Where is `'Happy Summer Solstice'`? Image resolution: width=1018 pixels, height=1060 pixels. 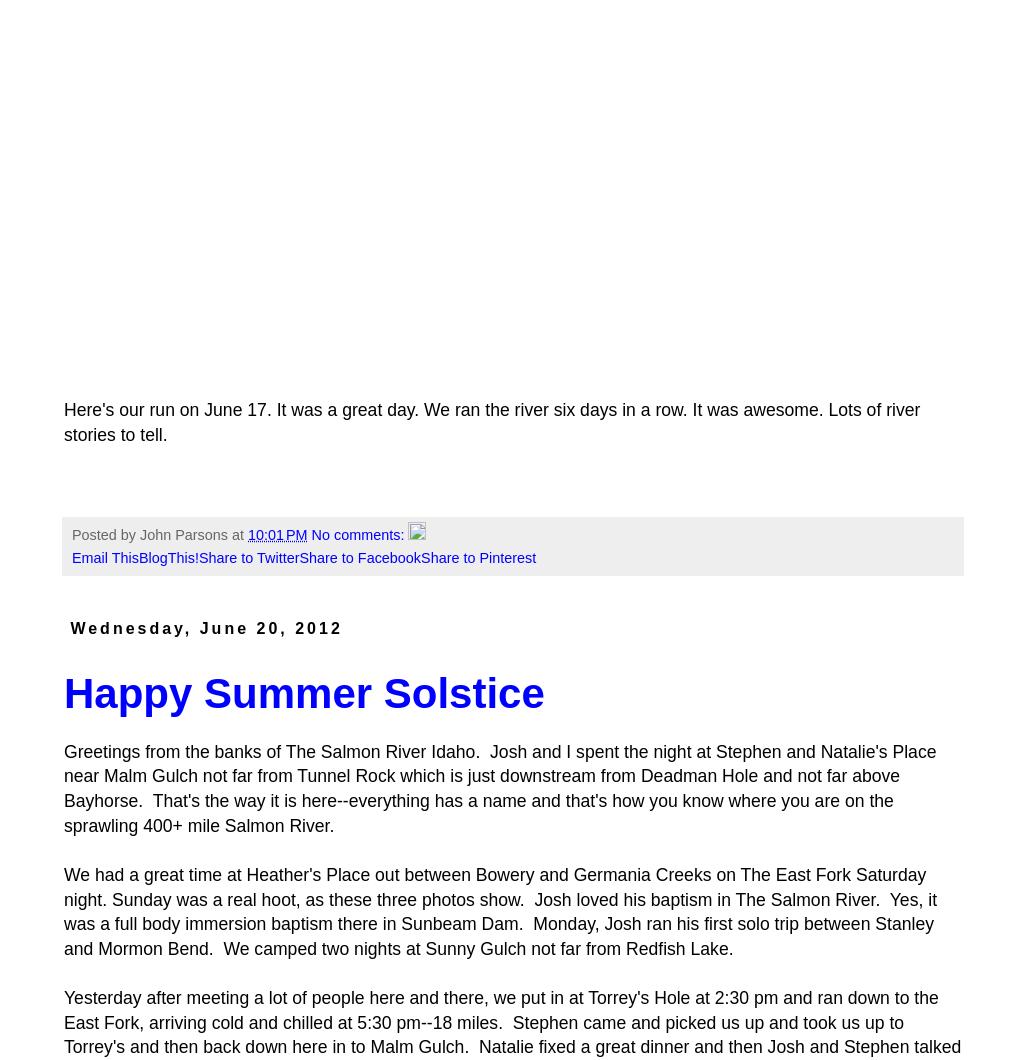
'Happy Summer Solstice' is located at coordinates (303, 692).